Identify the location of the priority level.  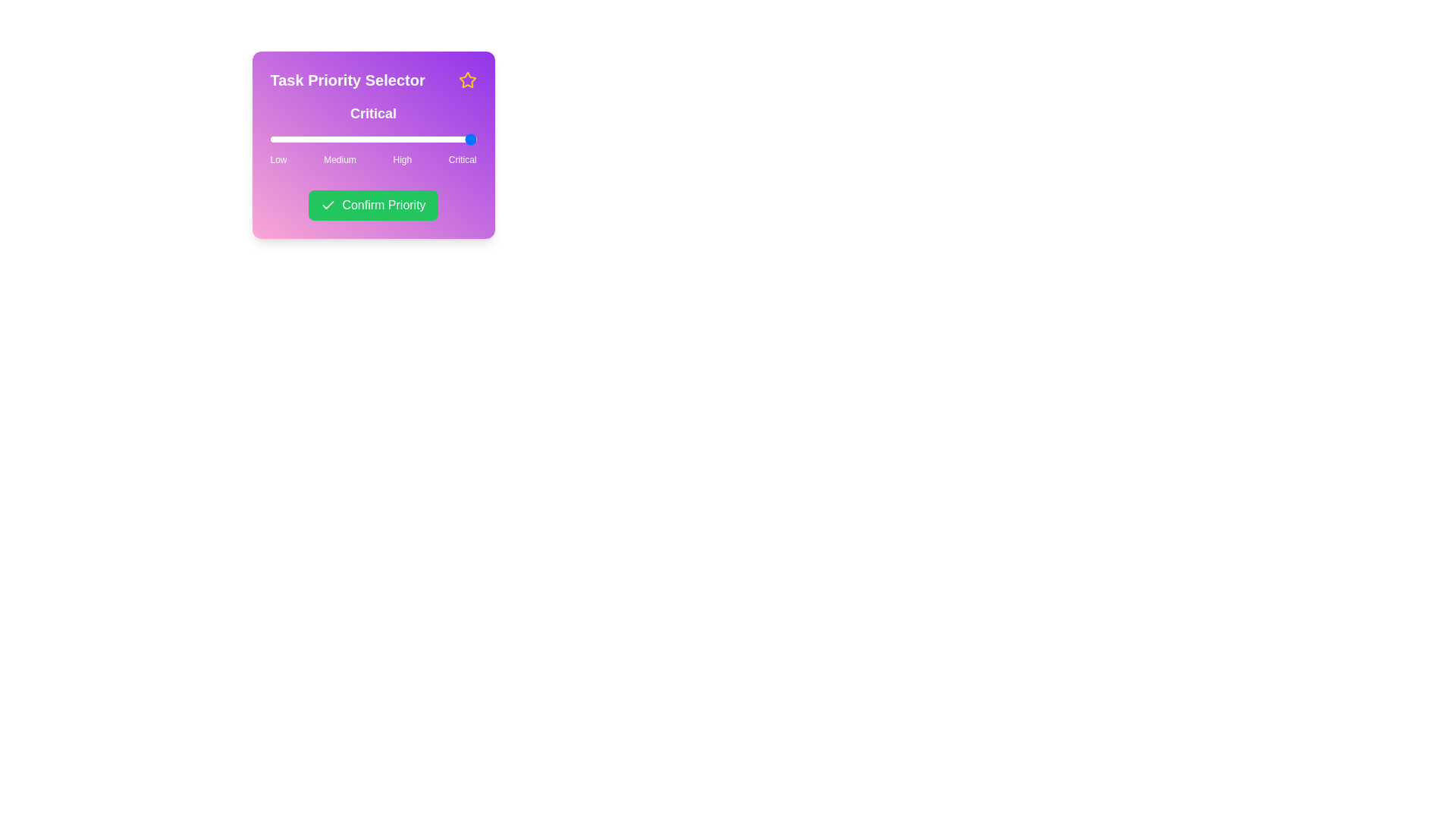
(270, 140).